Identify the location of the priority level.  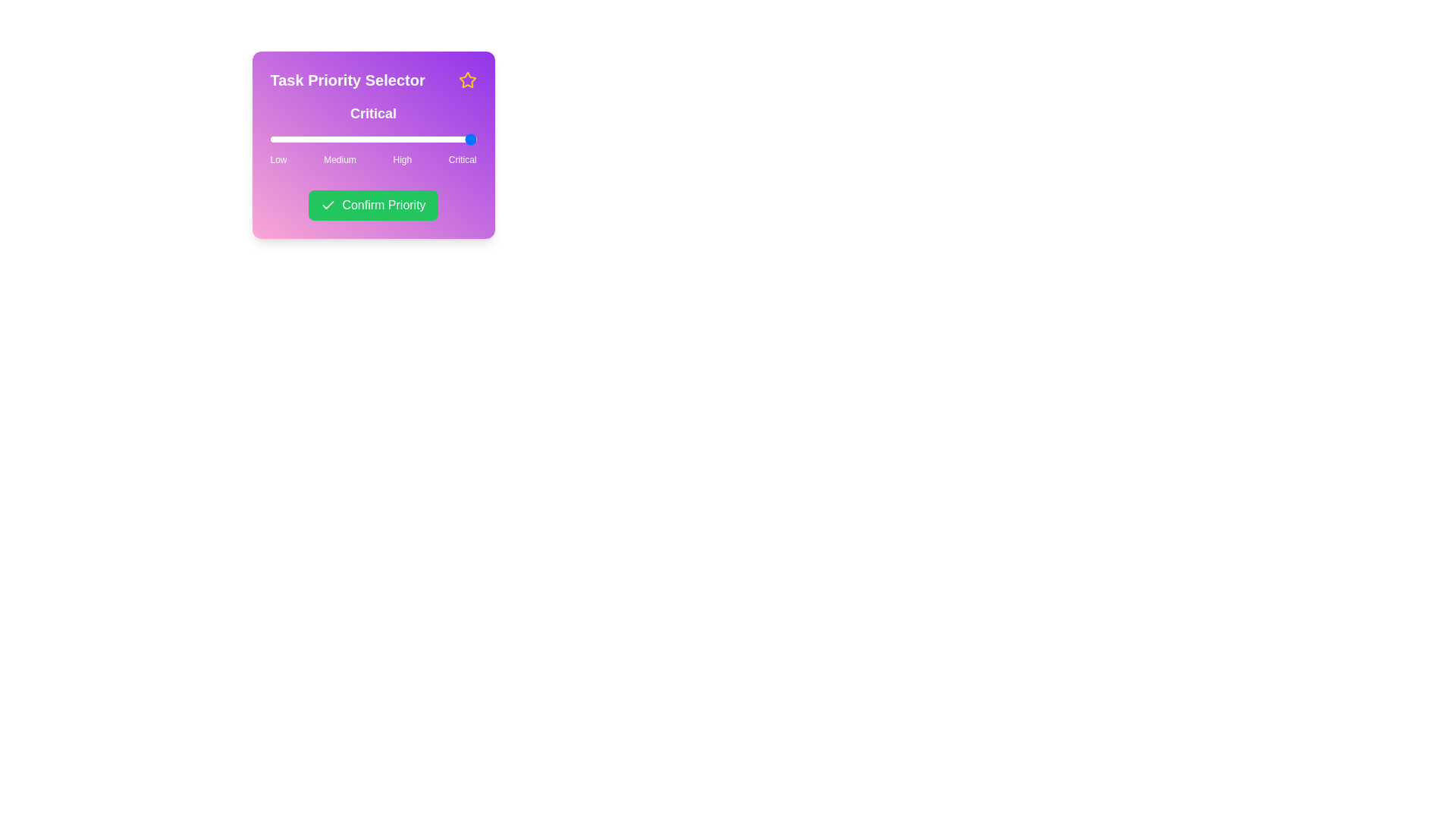
(270, 140).